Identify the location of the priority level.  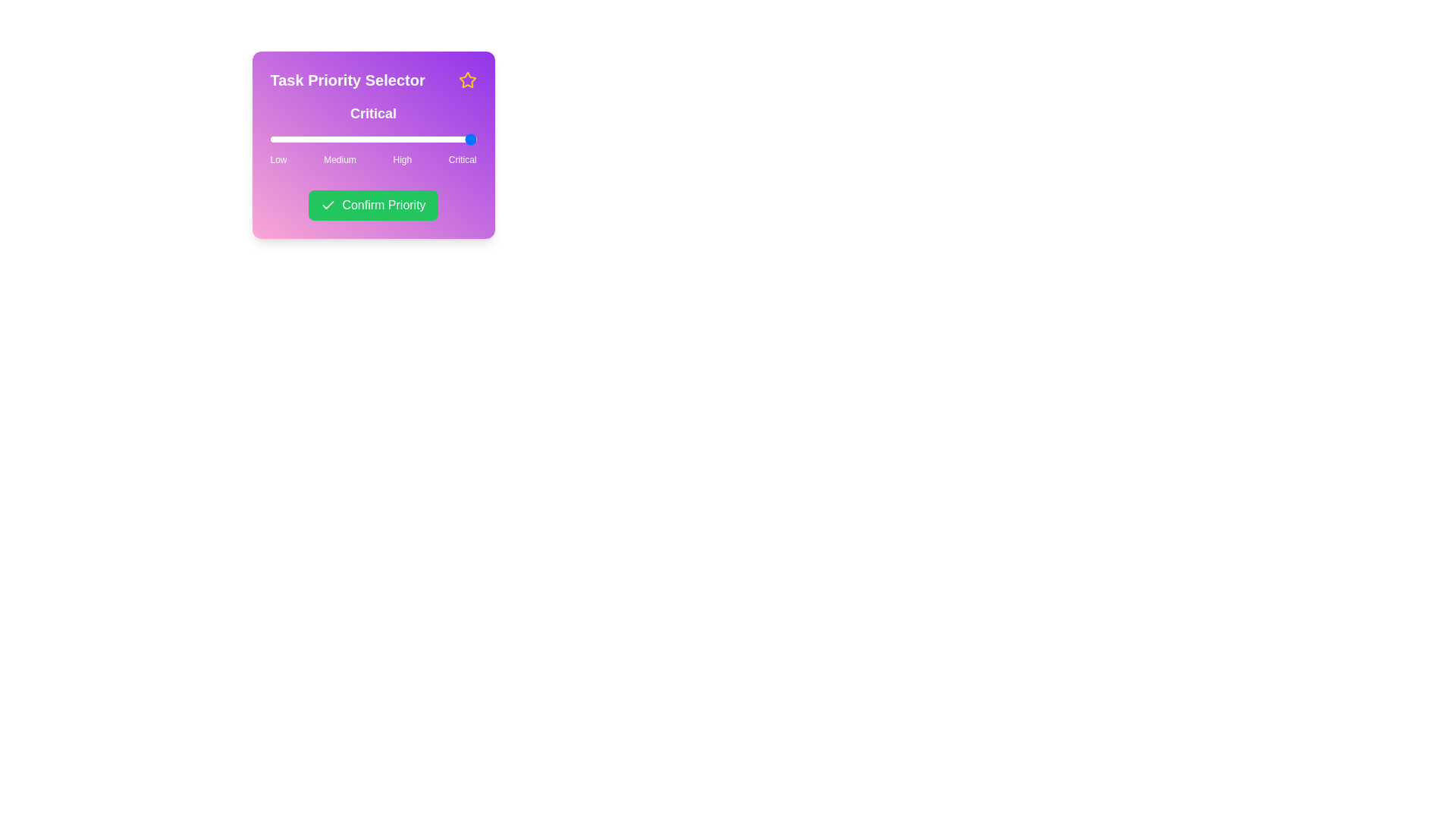
(270, 140).